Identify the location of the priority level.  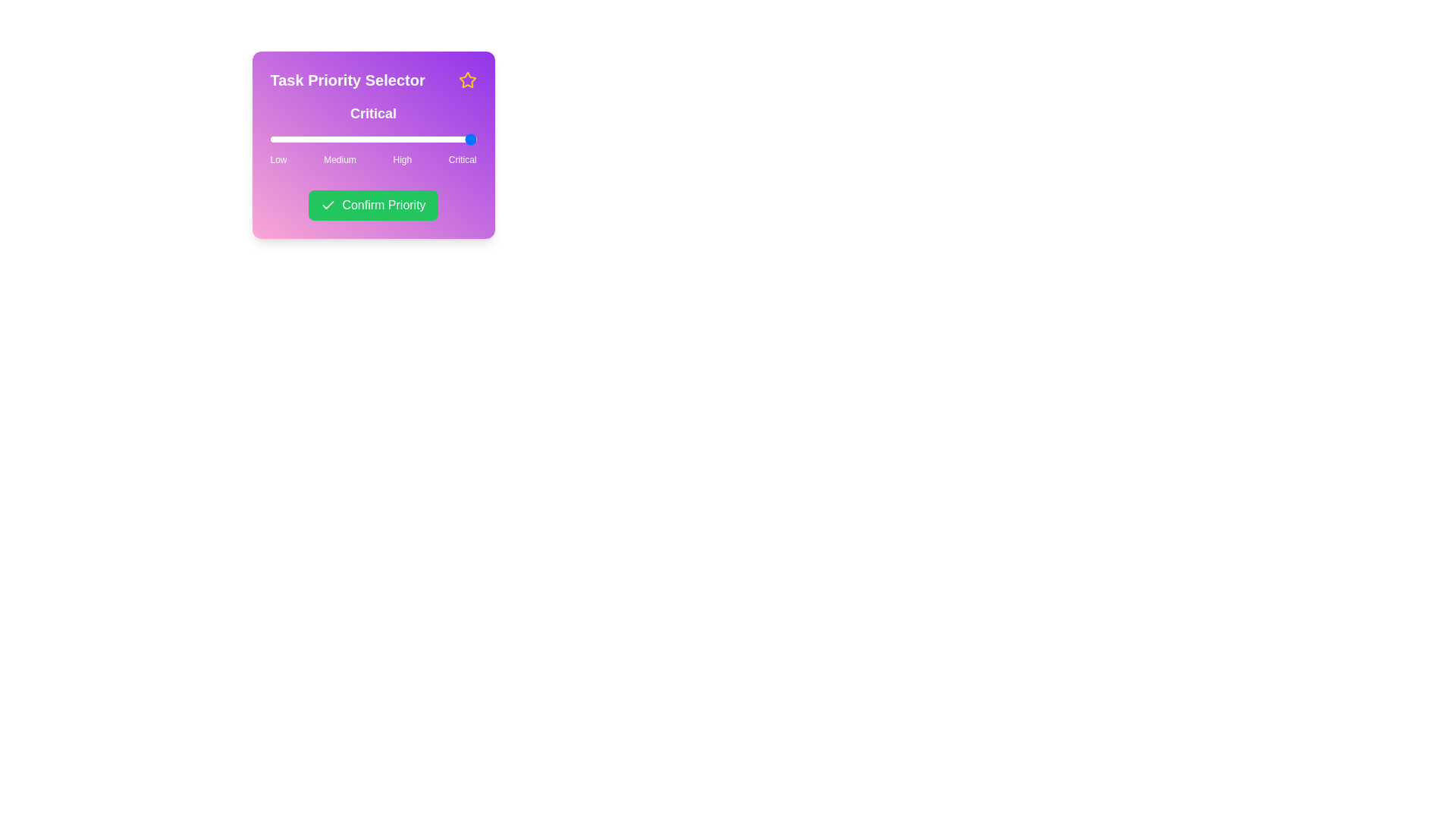
(270, 140).